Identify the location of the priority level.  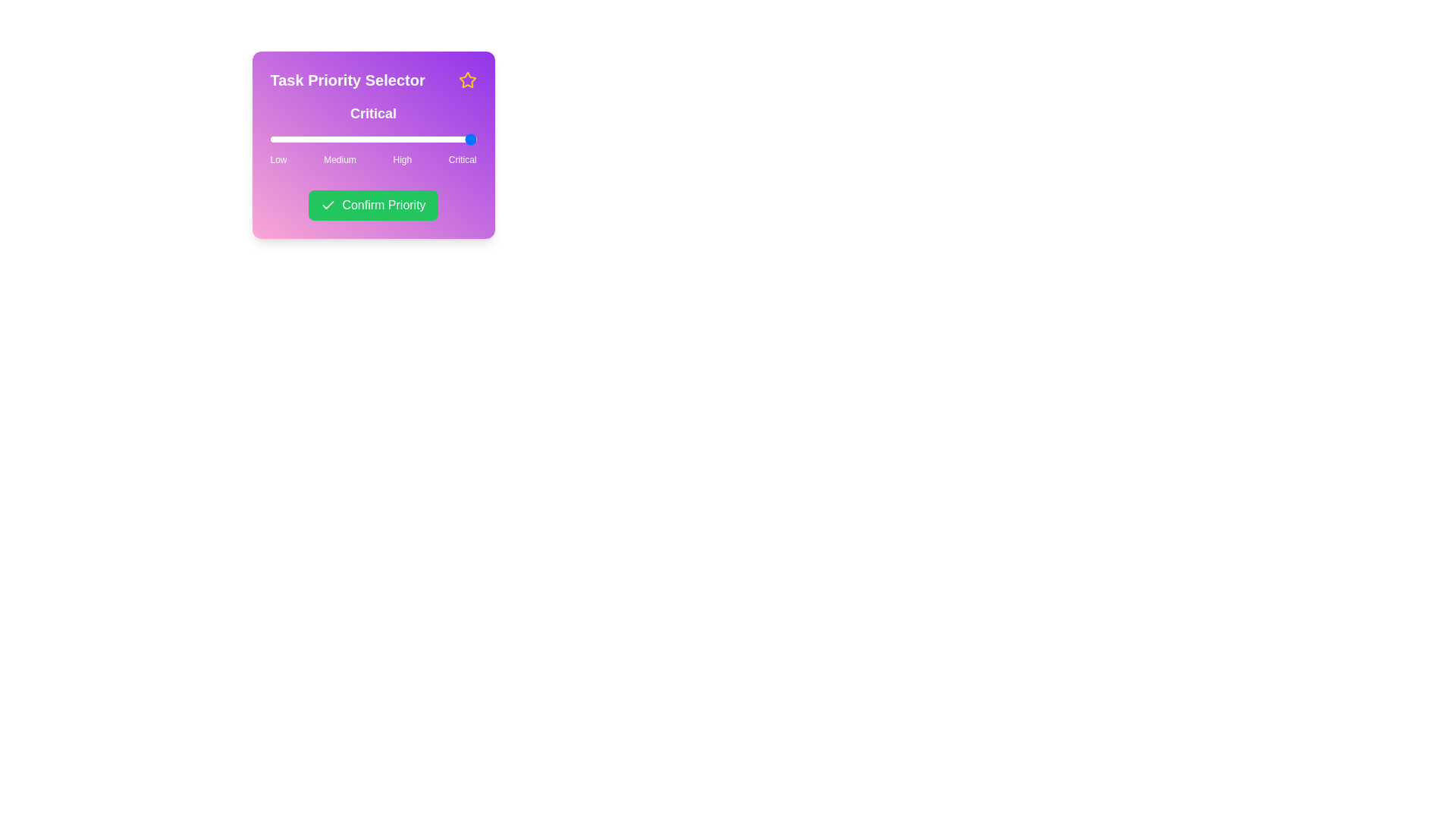
(270, 140).